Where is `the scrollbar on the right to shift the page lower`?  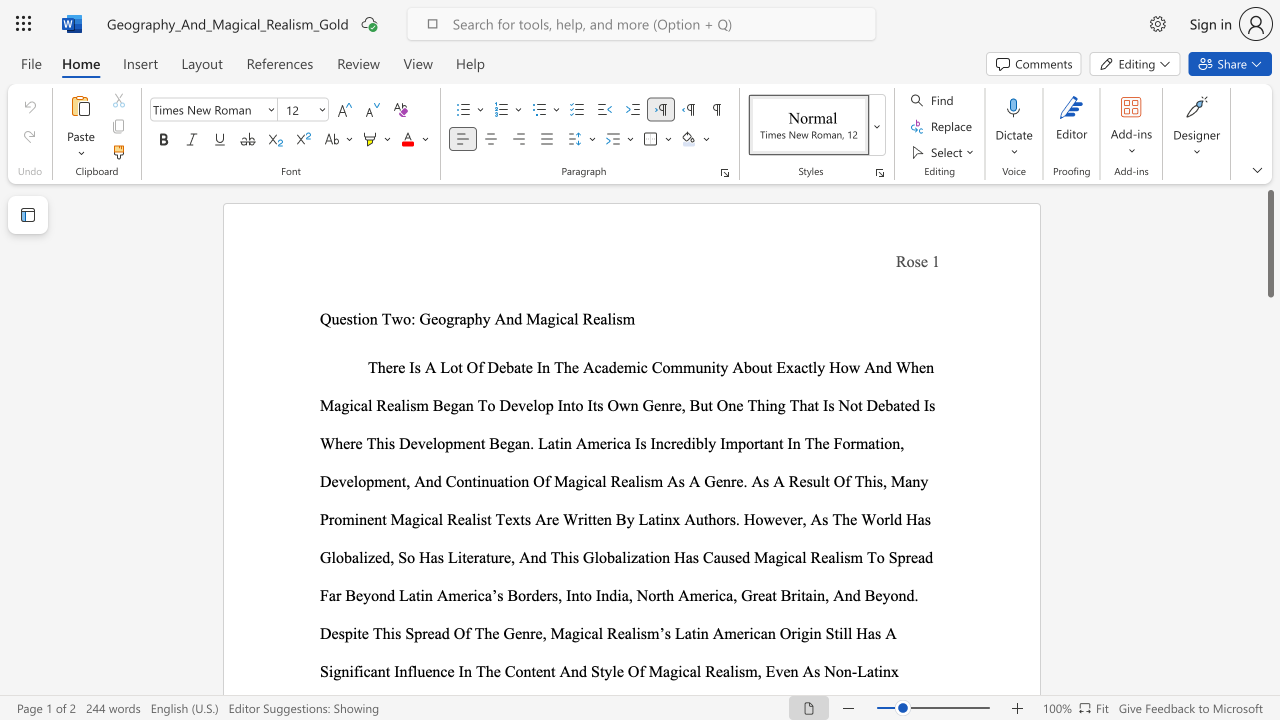 the scrollbar on the right to shift the page lower is located at coordinates (1269, 688).